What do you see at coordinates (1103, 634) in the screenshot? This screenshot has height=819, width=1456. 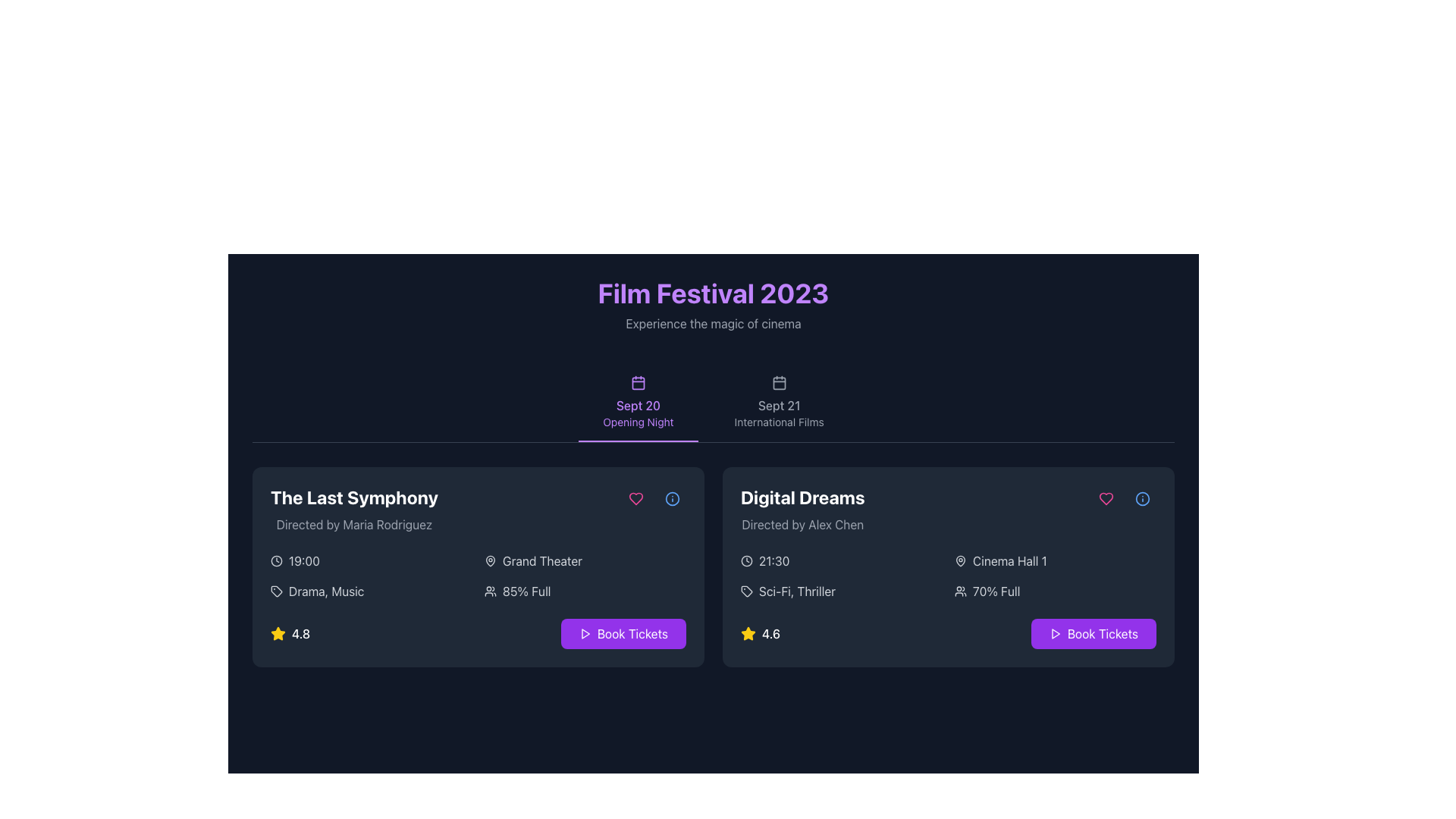 I see `text label within the button for booking tickets for the 'Digital Dreams' movie session located at the bottom-right corner of the movie card` at bounding box center [1103, 634].